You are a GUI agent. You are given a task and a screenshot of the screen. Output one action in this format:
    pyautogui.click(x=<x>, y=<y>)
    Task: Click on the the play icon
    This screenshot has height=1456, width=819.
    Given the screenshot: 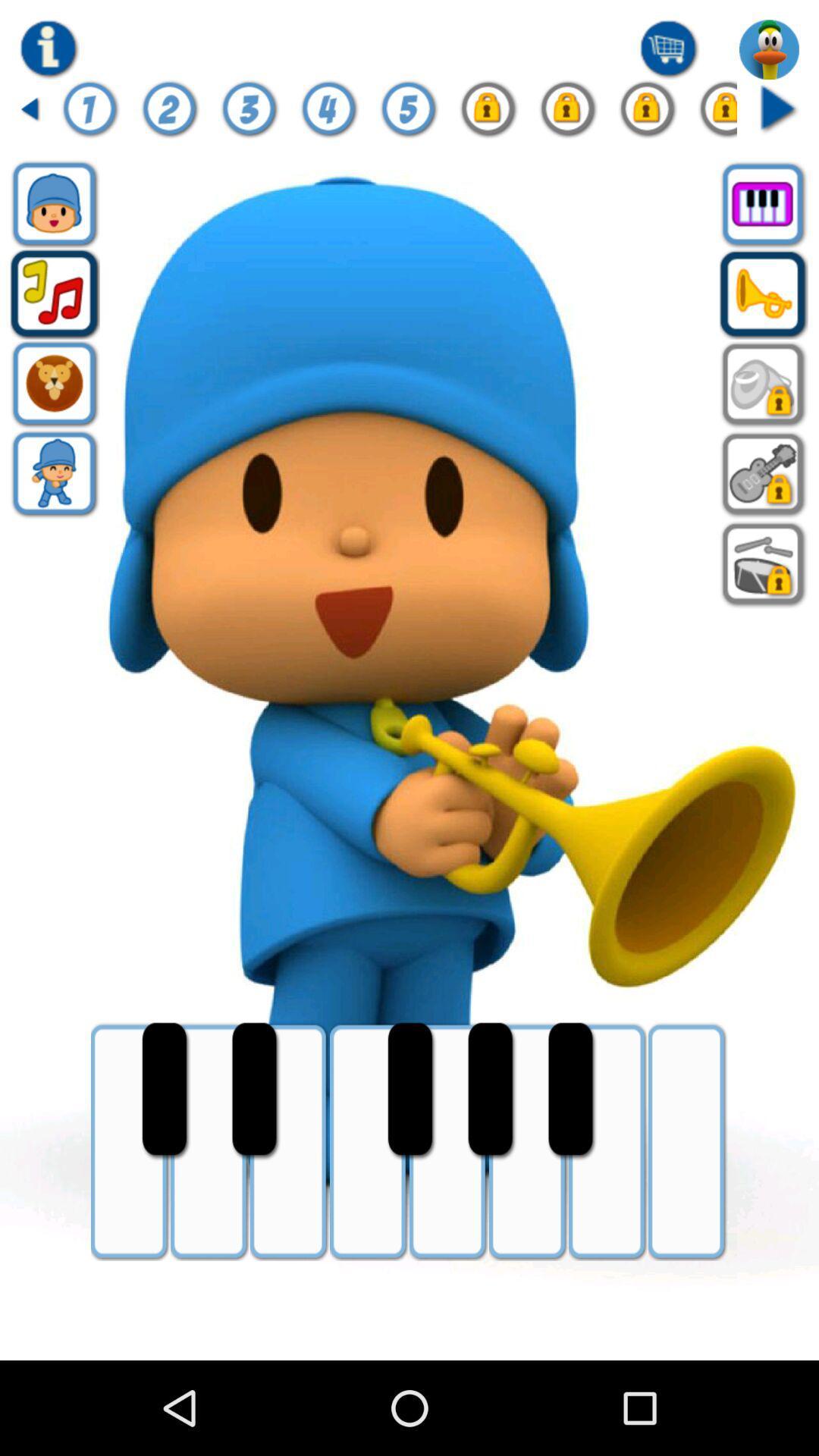 What is the action you would take?
    pyautogui.click(x=778, y=116)
    